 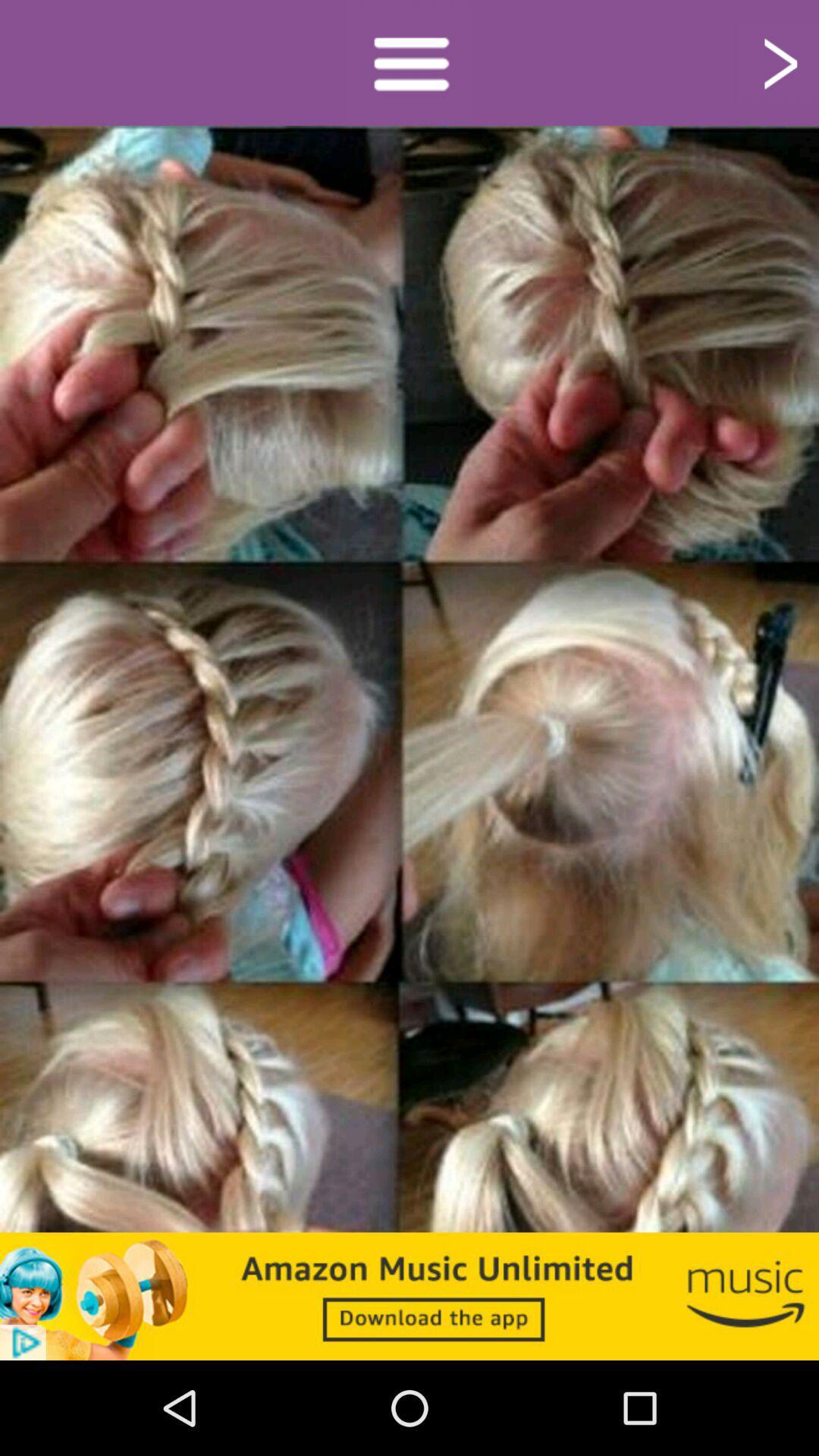 I want to click on access gallery, so click(x=409, y=61).